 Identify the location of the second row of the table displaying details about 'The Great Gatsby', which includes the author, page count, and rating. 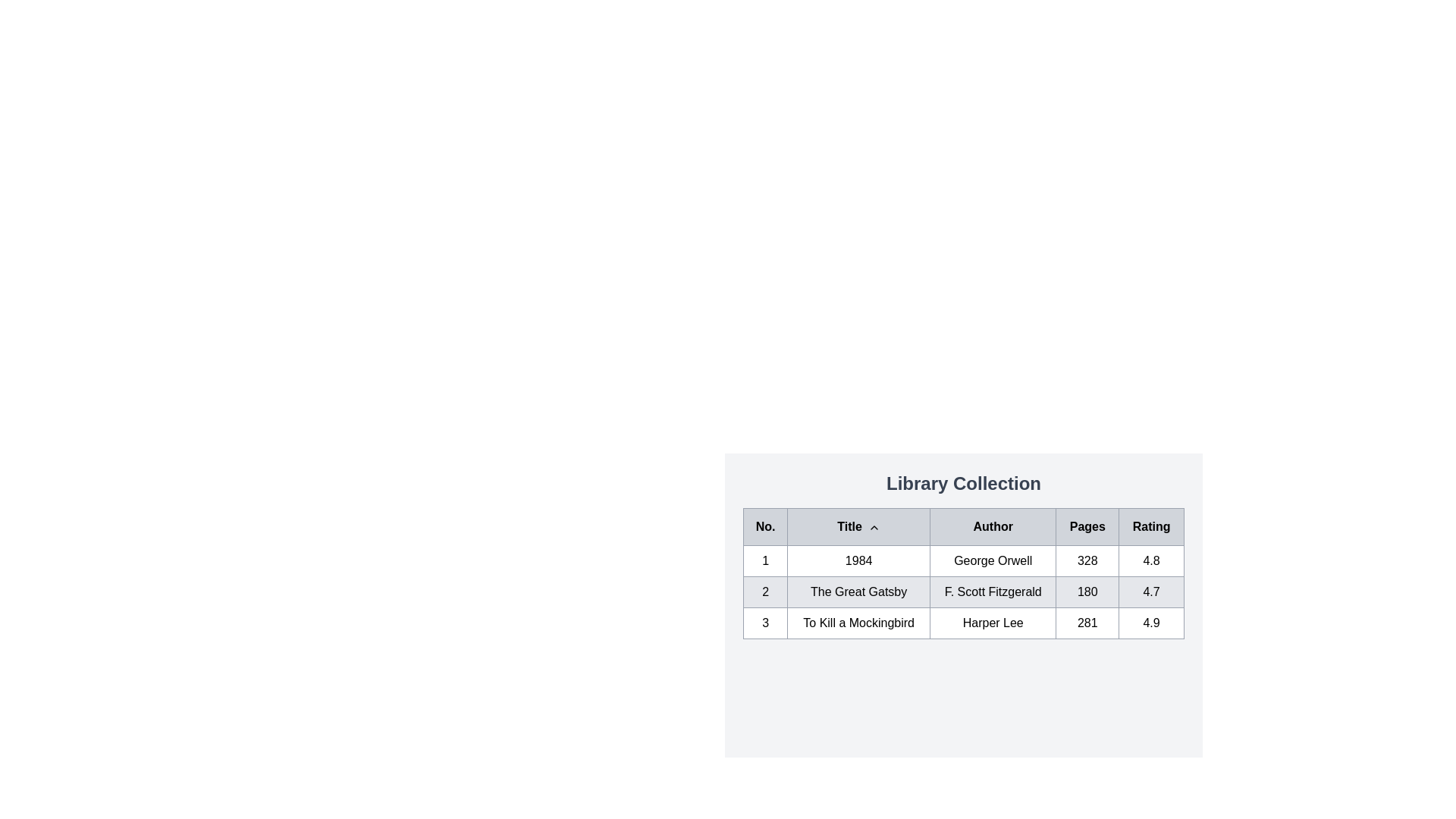
(963, 591).